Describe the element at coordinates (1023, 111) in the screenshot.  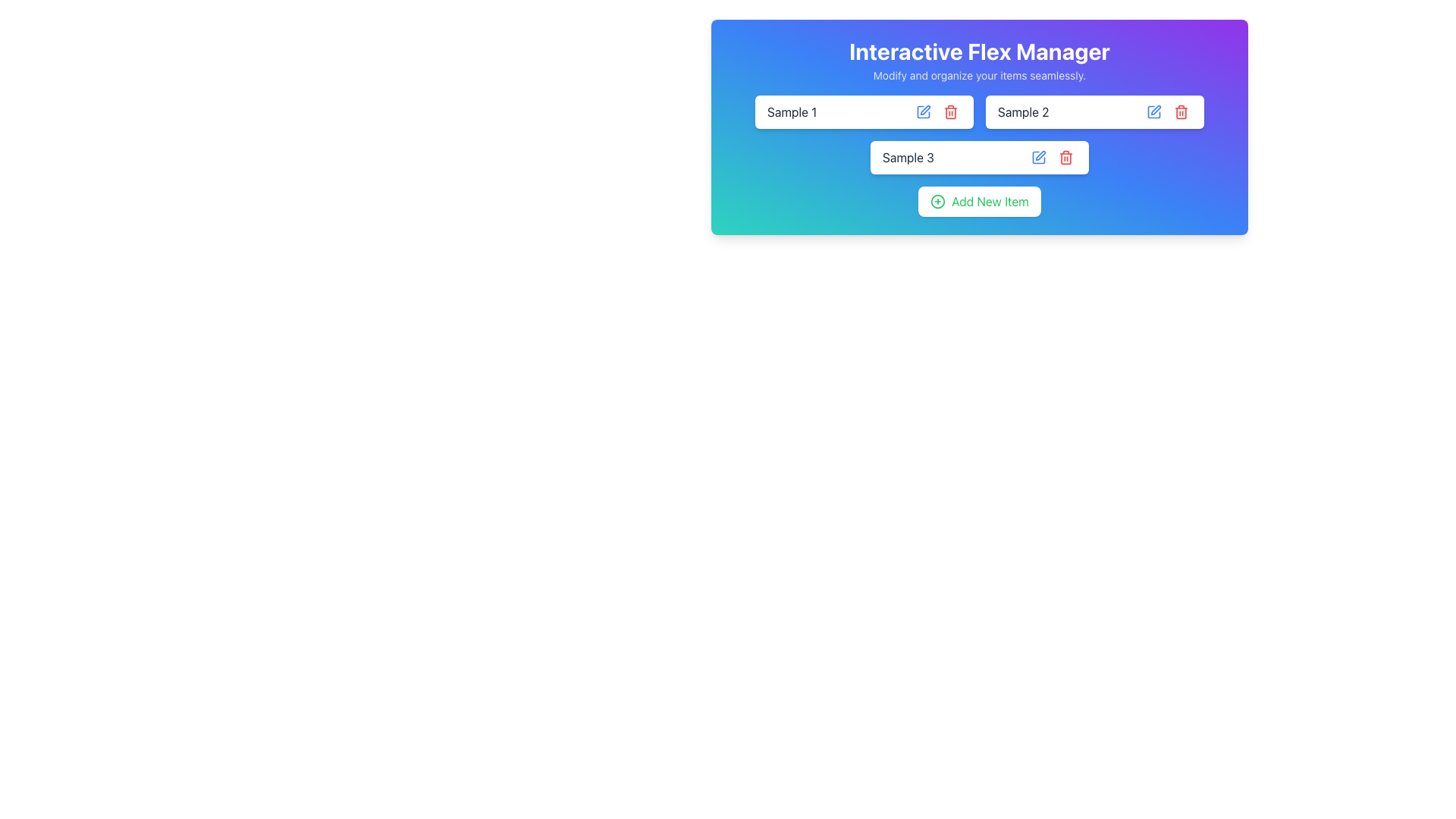
I see `the text label element displaying 'Sample 2', which is positioned to the right of 'Sample 1' and above 'Sample 3' in a vertical list within a card-like interface` at that location.